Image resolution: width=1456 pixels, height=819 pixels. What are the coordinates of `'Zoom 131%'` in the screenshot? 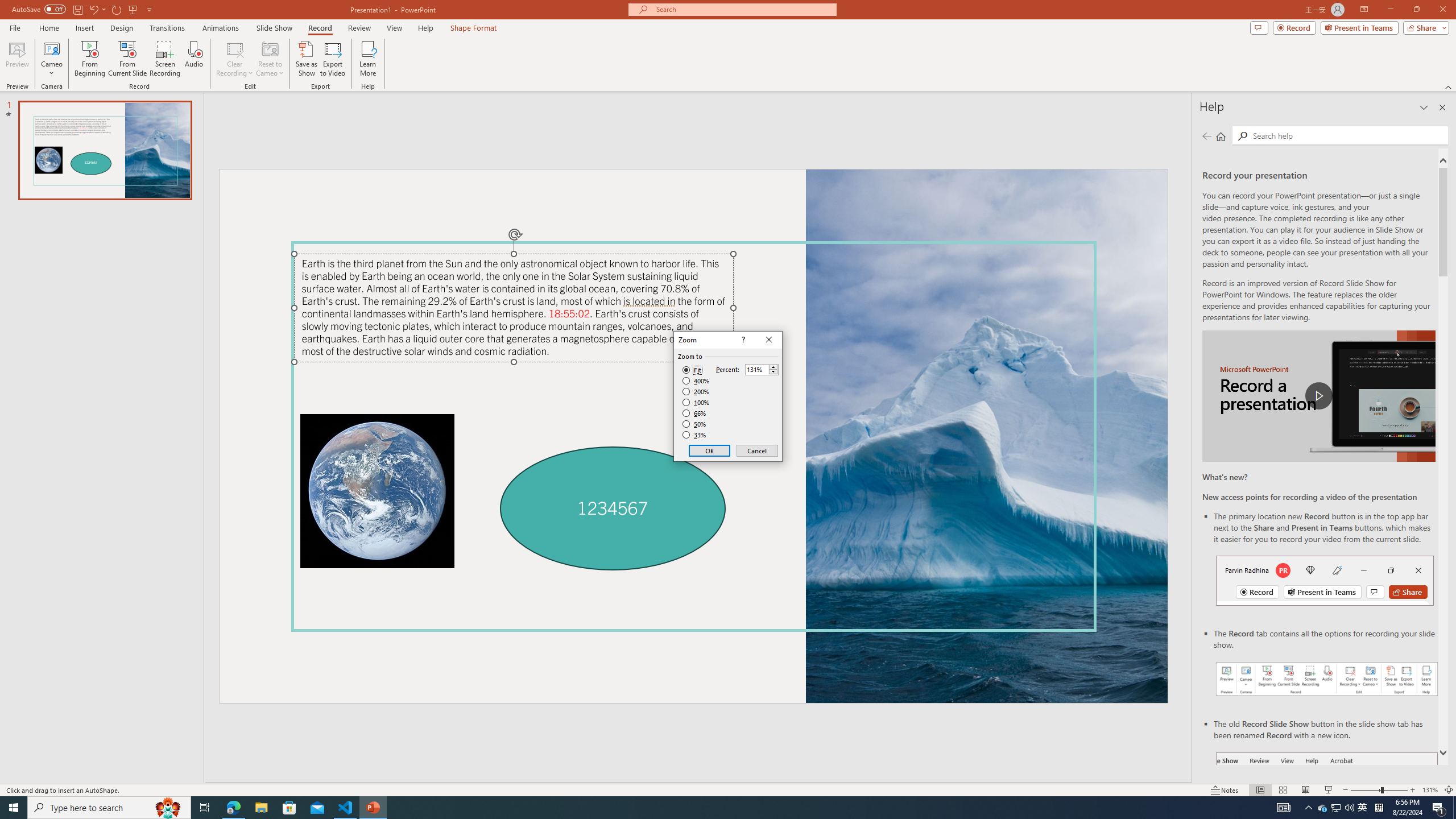 It's located at (1430, 790).